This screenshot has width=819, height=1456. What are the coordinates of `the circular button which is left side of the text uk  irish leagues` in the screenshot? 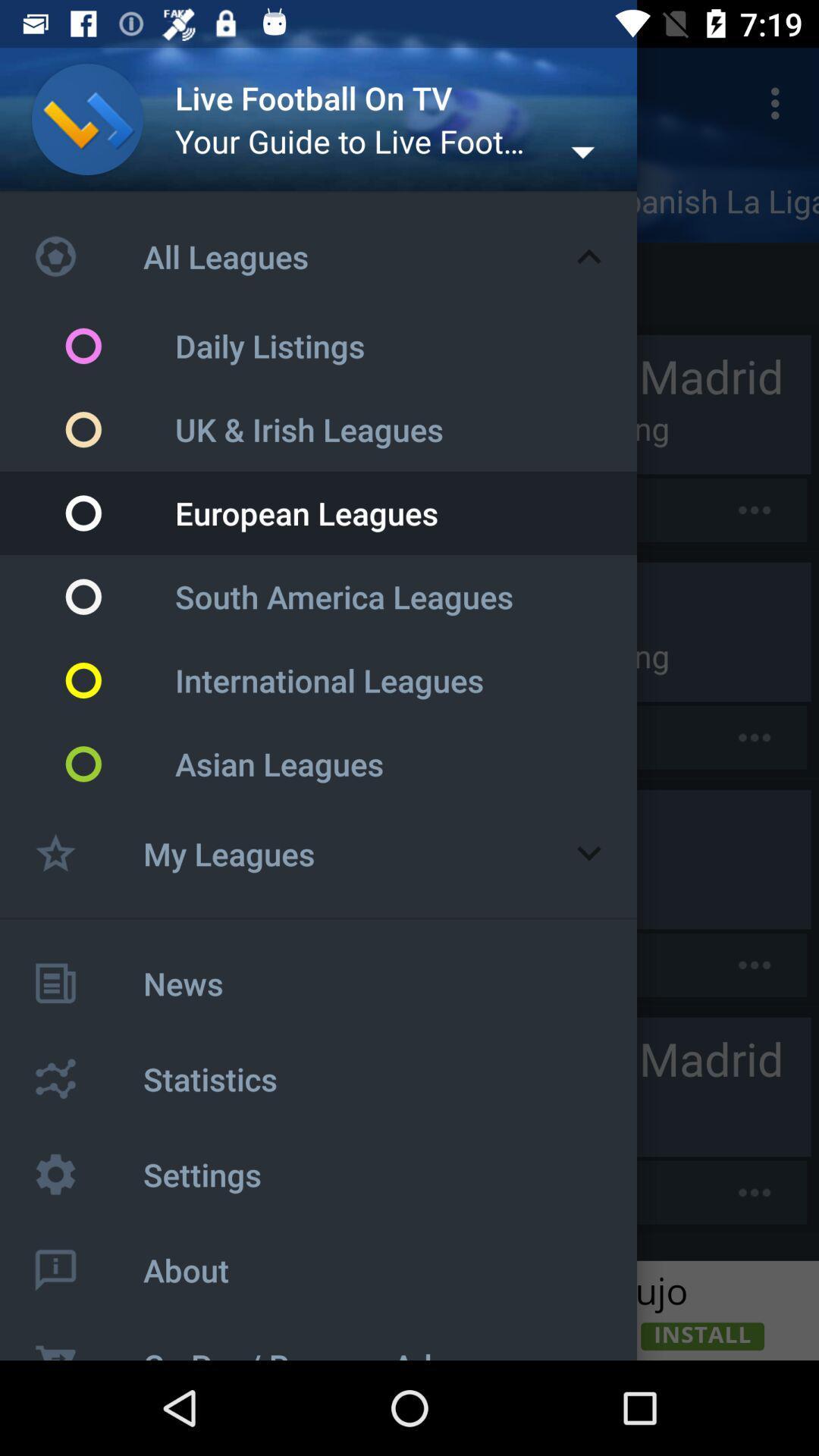 It's located at (118, 428).